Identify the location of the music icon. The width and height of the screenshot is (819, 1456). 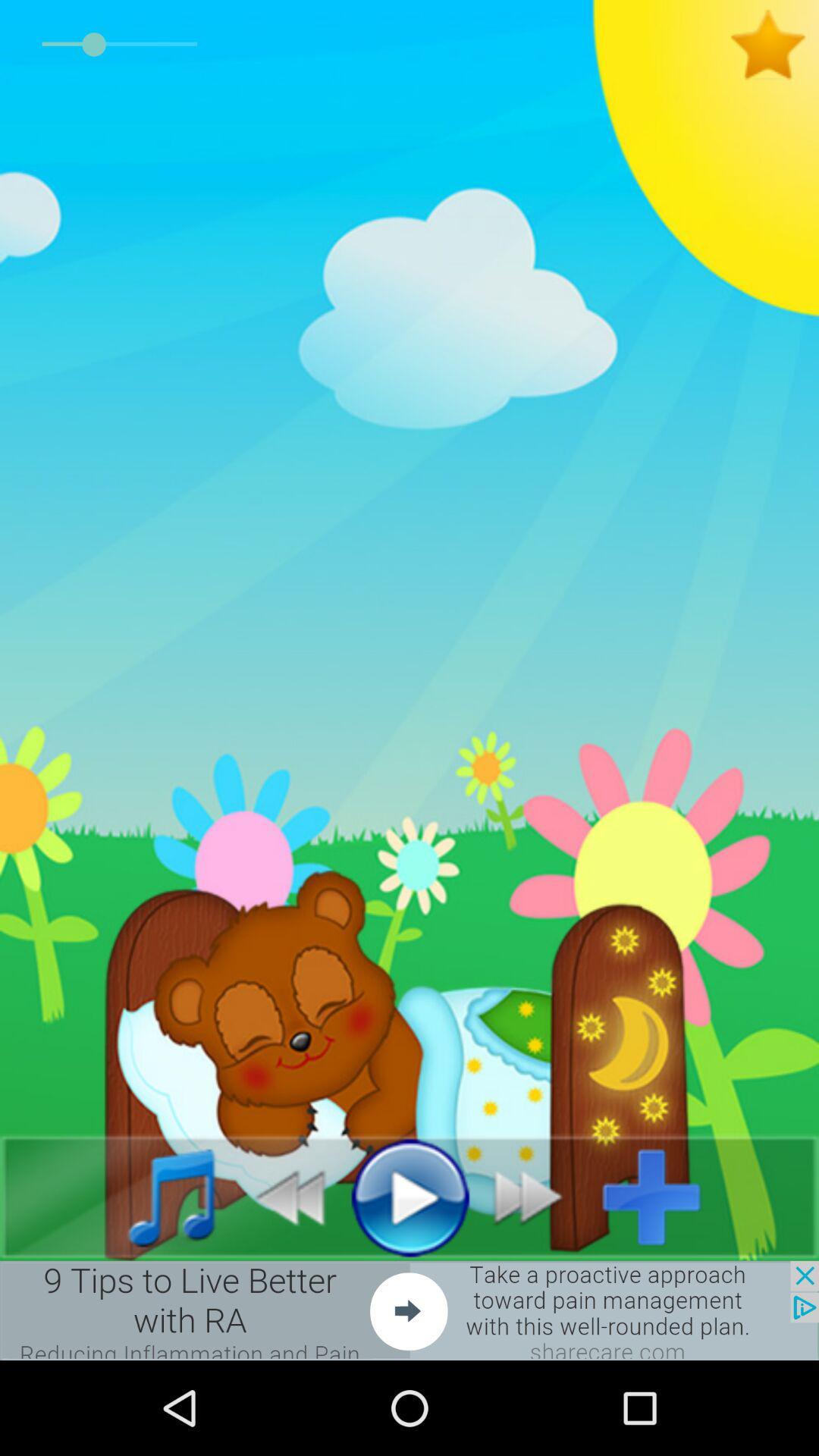
(155, 1196).